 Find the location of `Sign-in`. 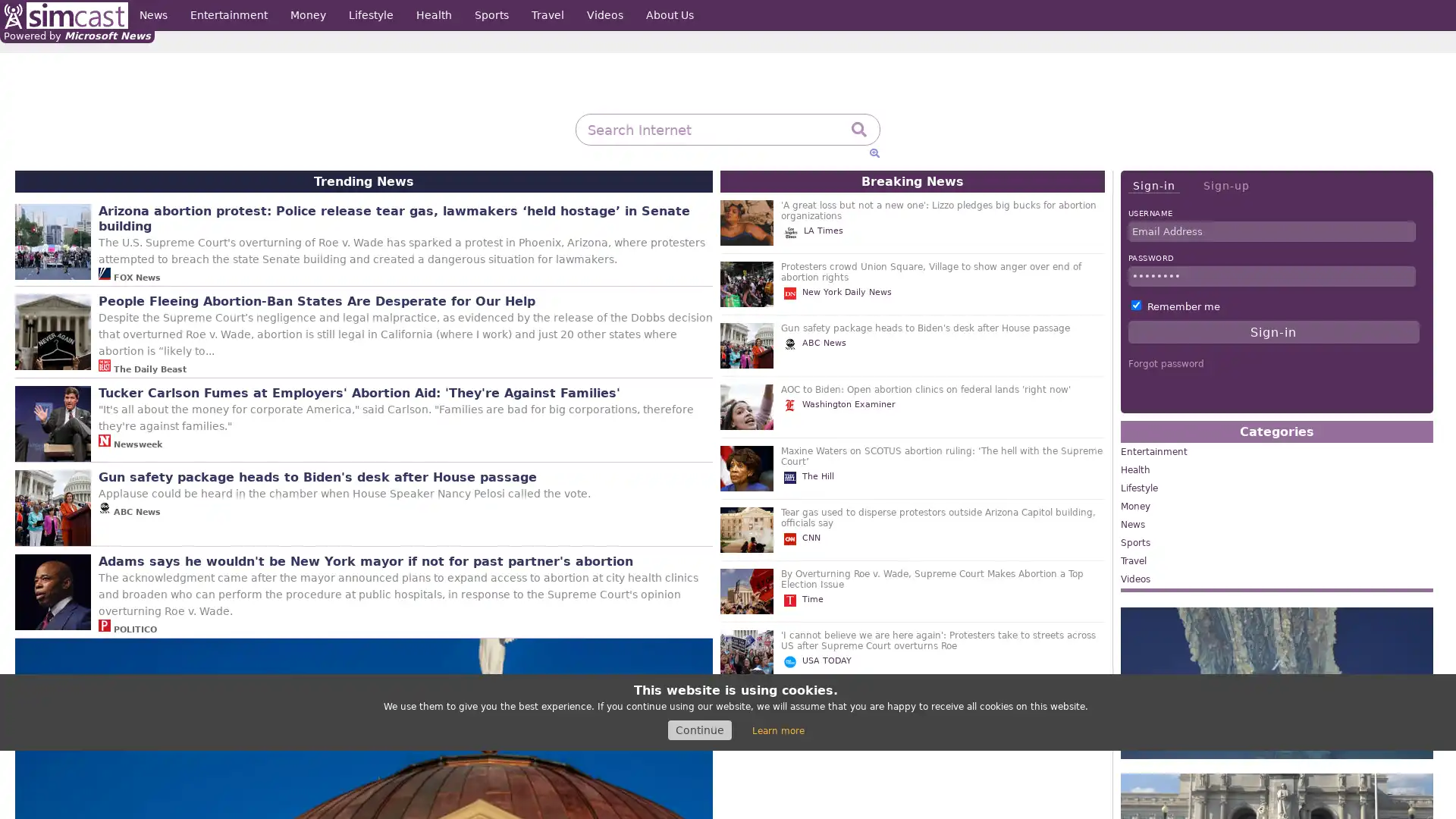

Sign-in is located at coordinates (1273, 331).